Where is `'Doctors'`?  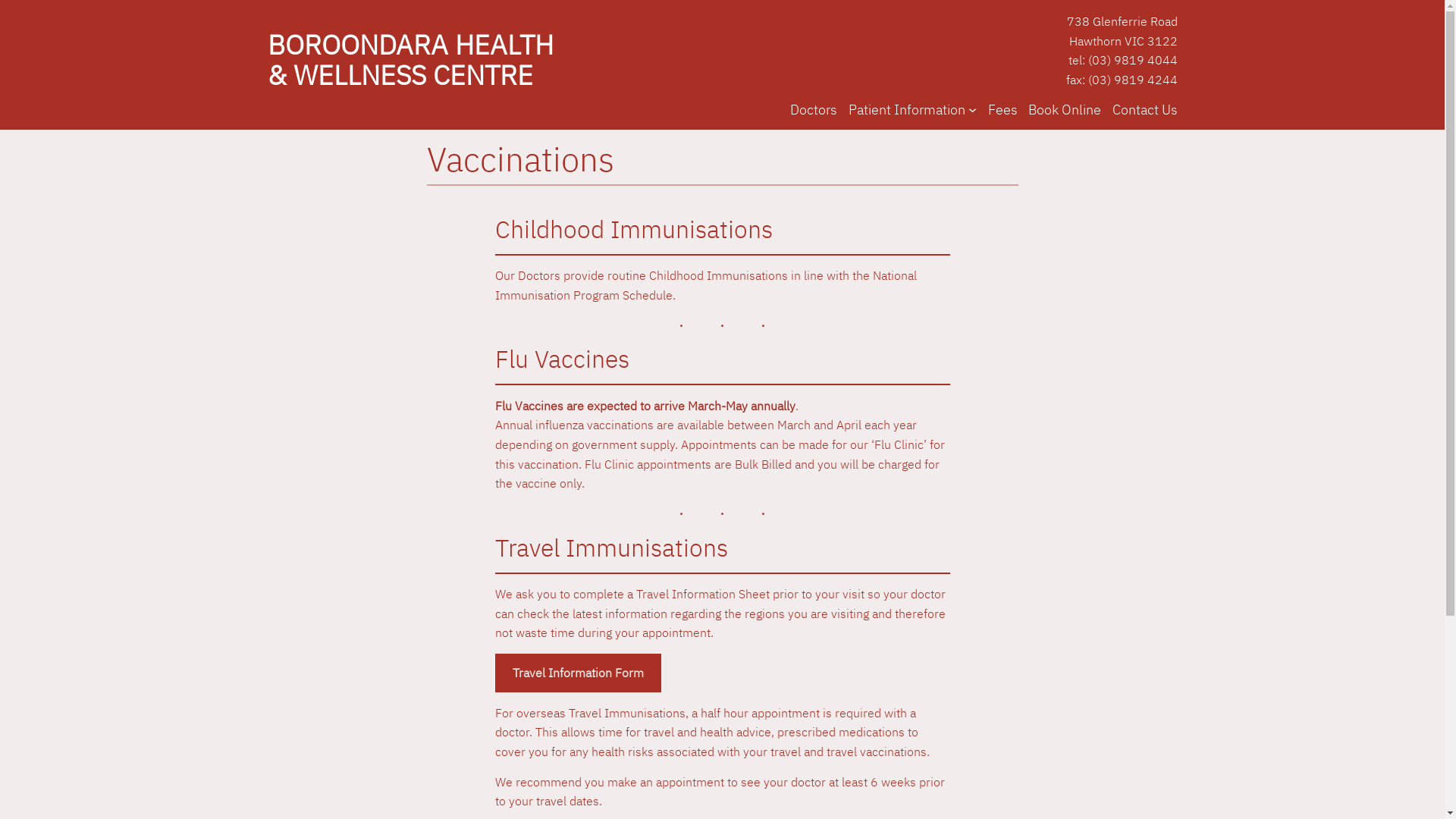
'Doctors' is located at coordinates (813, 108).